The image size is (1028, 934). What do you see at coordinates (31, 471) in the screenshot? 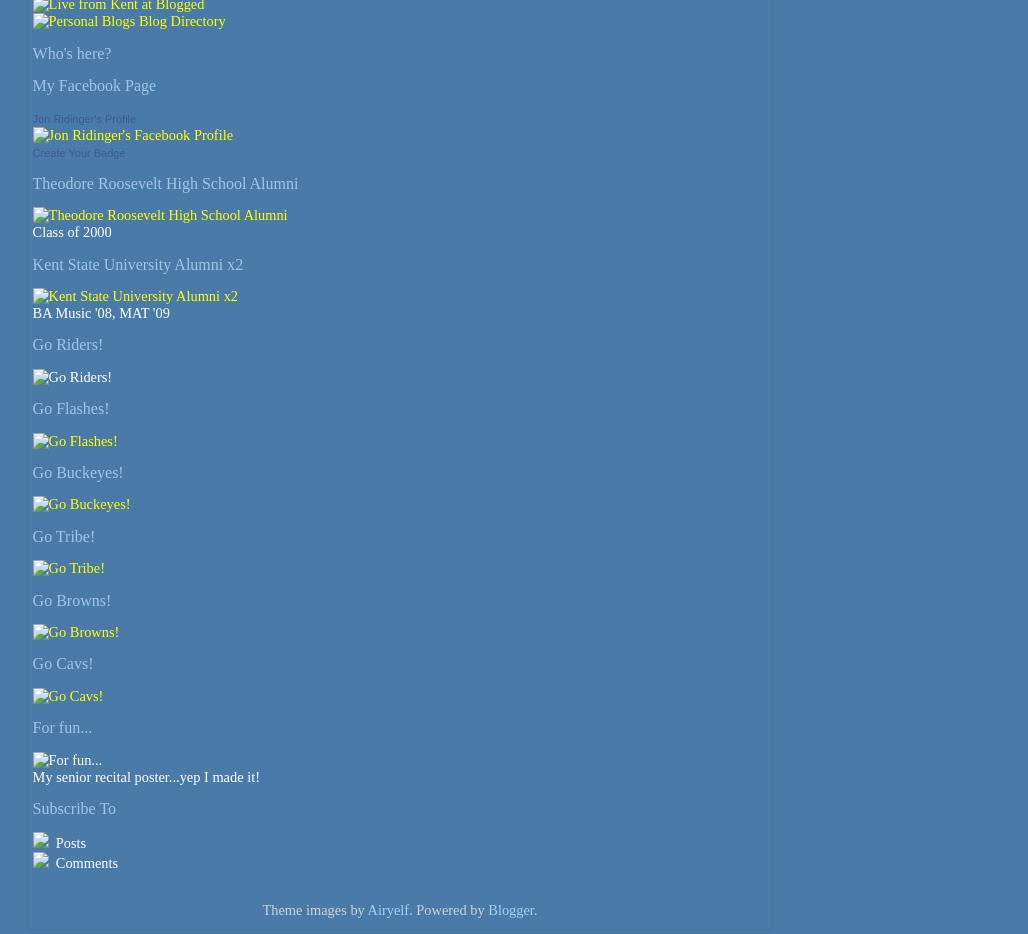
I see `'Go Buckeyes!'` at bounding box center [31, 471].